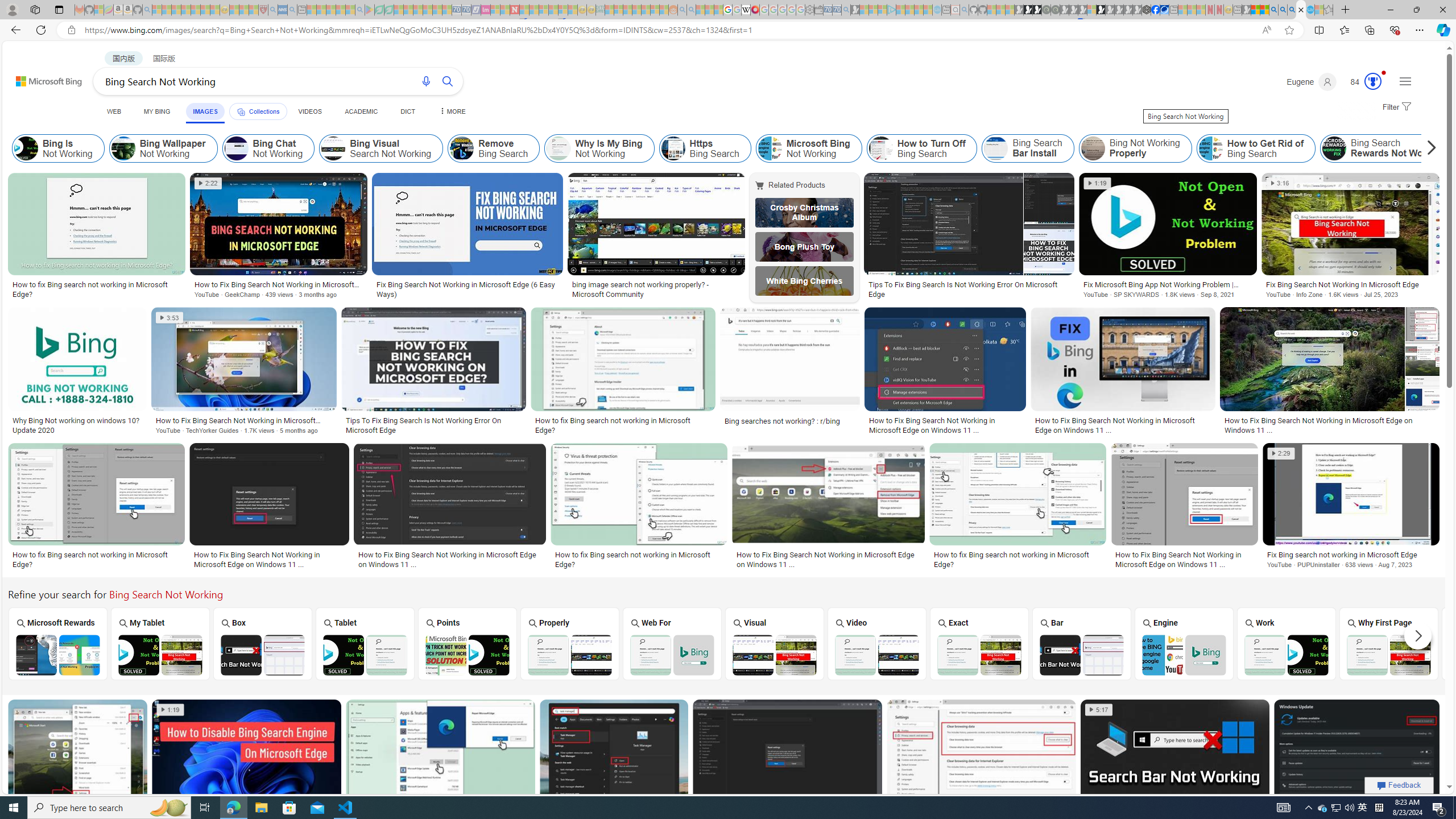 This screenshot has width=1456, height=819. Describe the element at coordinates (1184, 643) in the screenshot. I see `'Bing Search Engine Not Working Engine'` at that location.